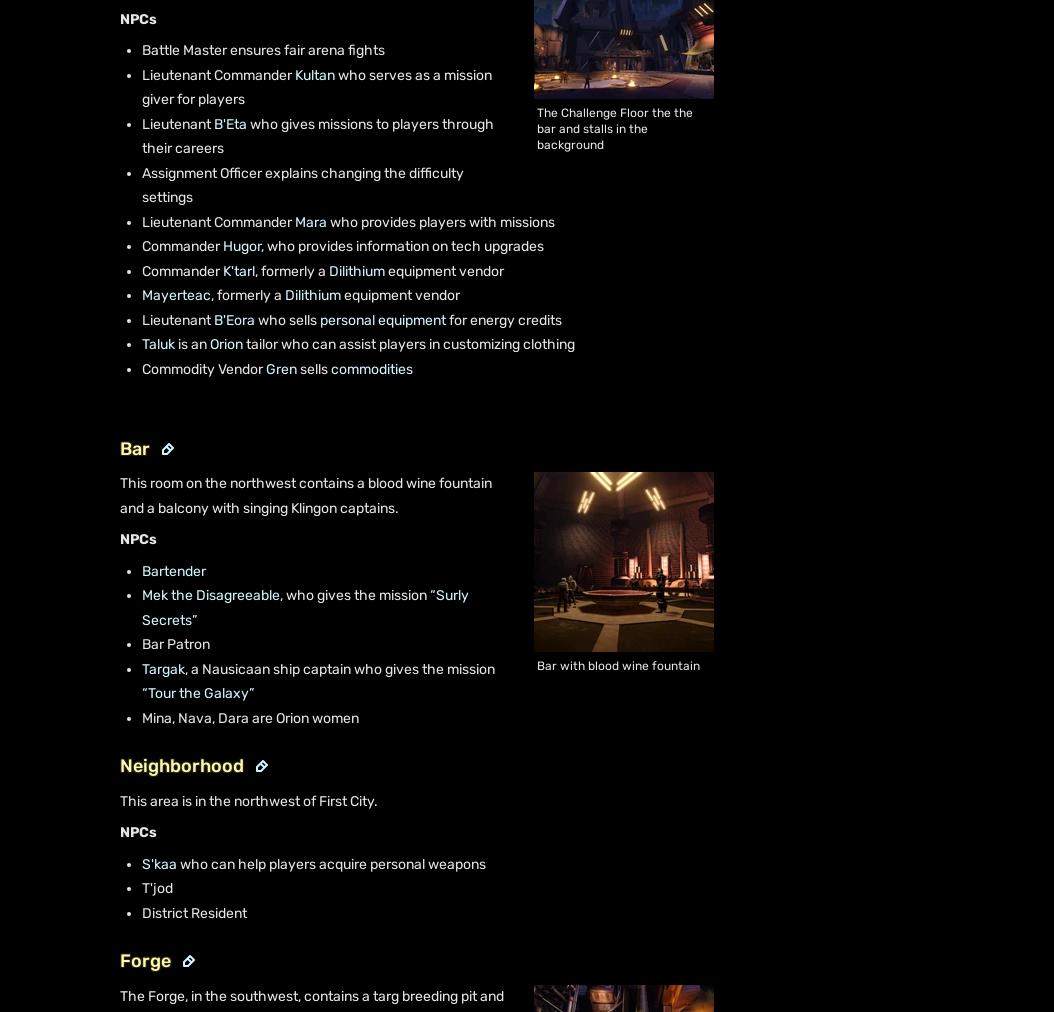 The height and width of the screenshot is (1012, 1054). What do you see at coordinates (622, 144) in the screenshot?
I see `'Do Not Sell or Share My Personal Information'` at bounding box center [622, 144].